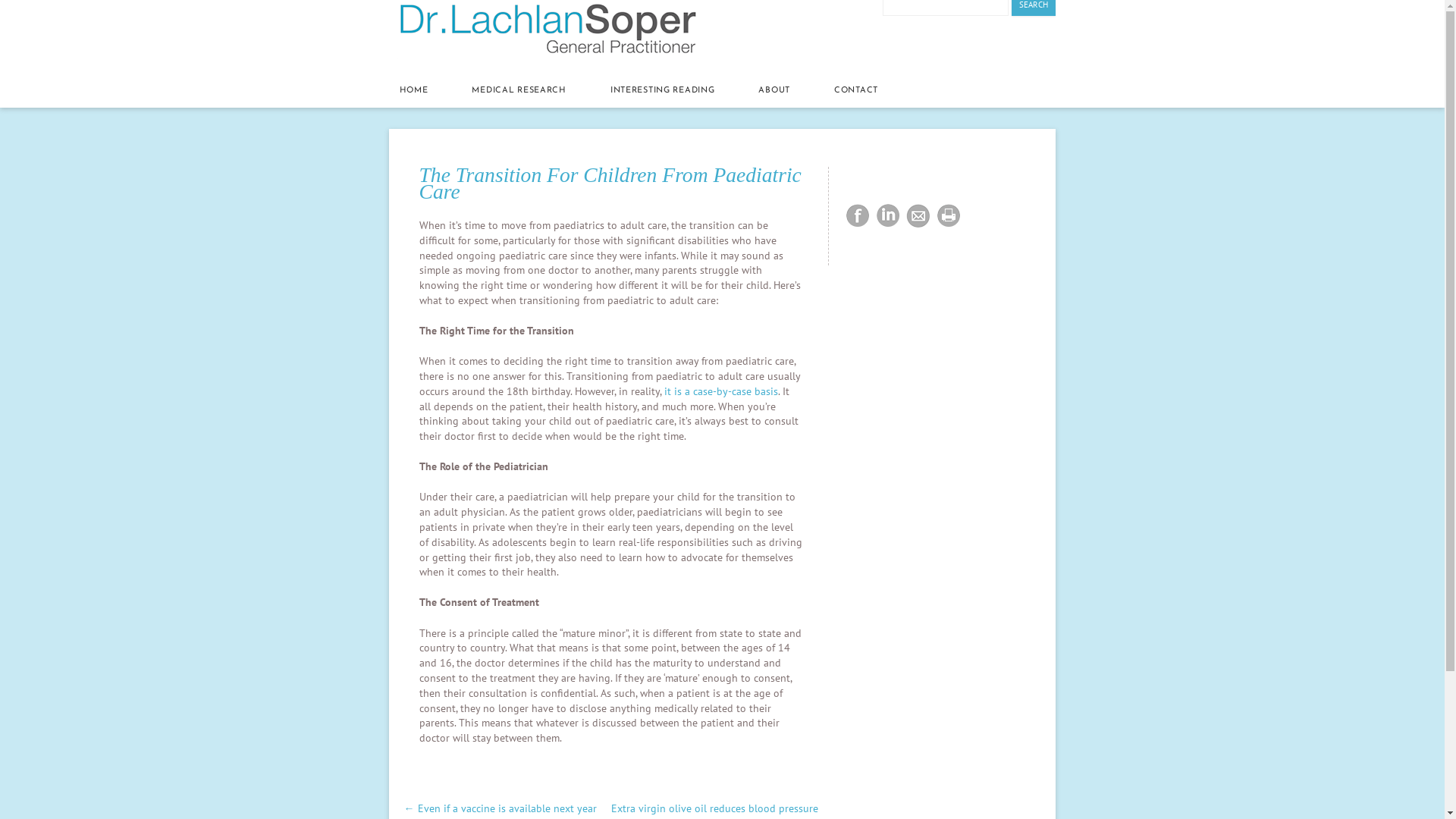 The width and height of the screenshot is (1456, 819). Describe the element at coordinates (389, 68) in the screenshot. I see `'Skip to content'` at that location.